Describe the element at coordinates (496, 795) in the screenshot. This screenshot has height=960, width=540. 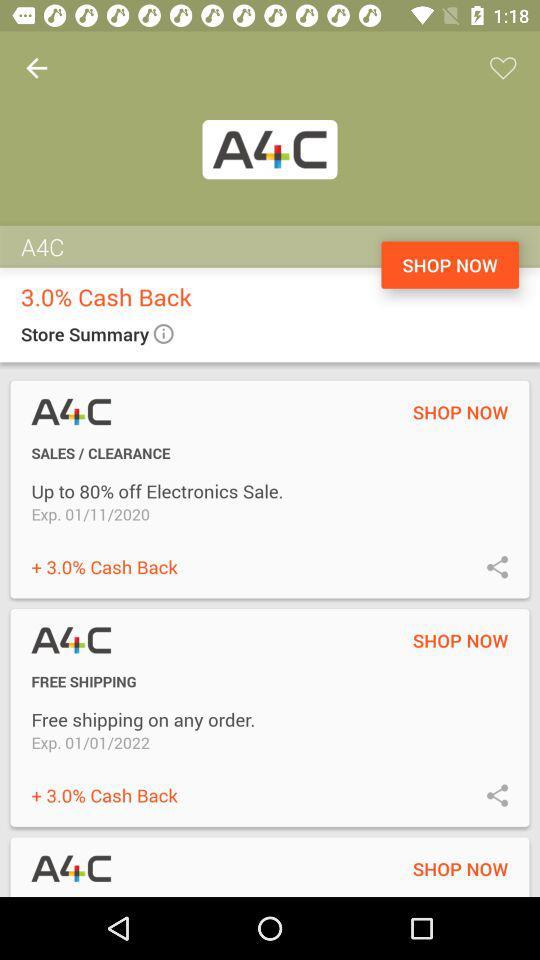
I see `share offer` at that location.